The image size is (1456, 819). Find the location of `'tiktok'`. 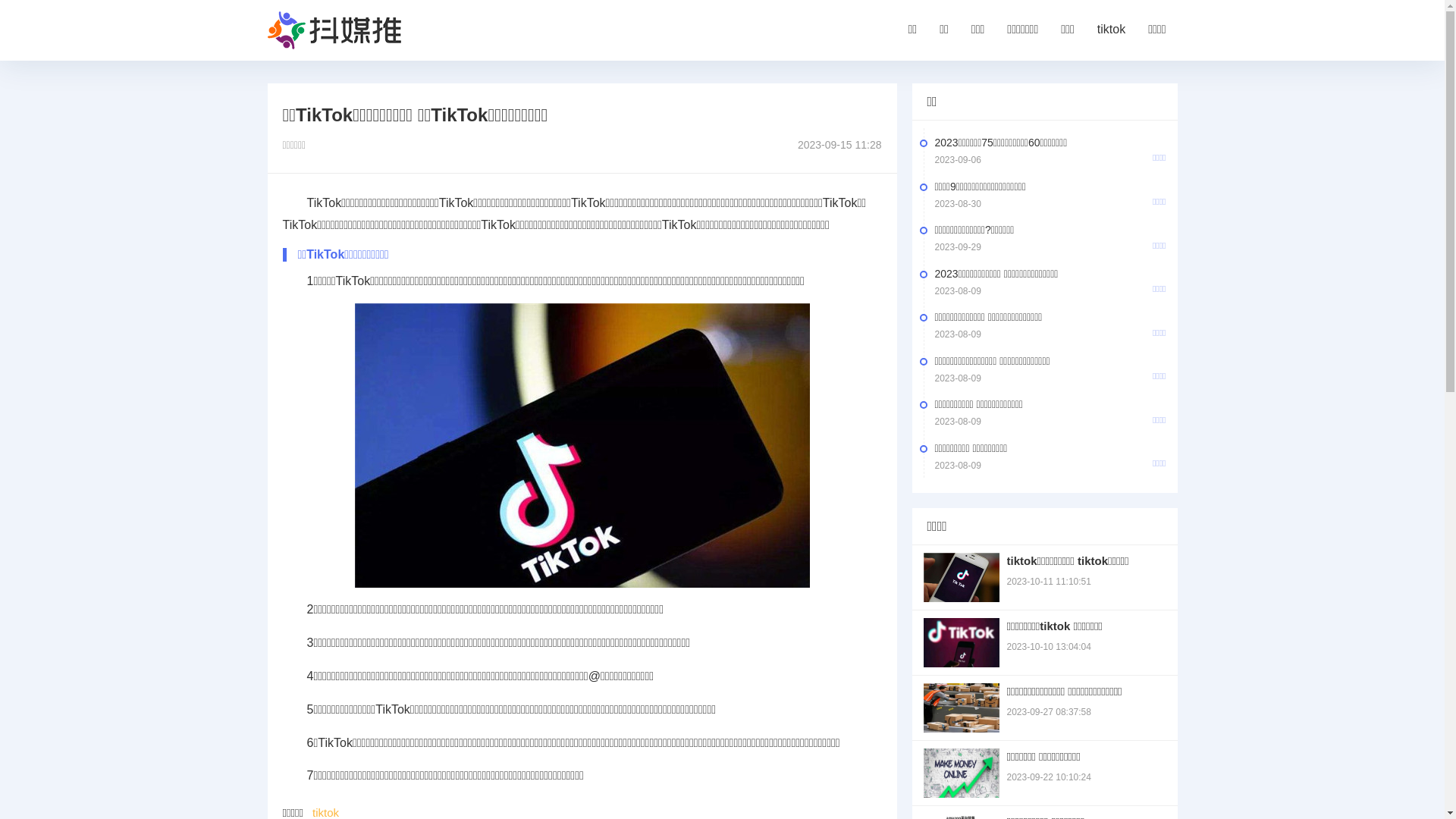

'tiktok' is located at coordinates (1093, 30).